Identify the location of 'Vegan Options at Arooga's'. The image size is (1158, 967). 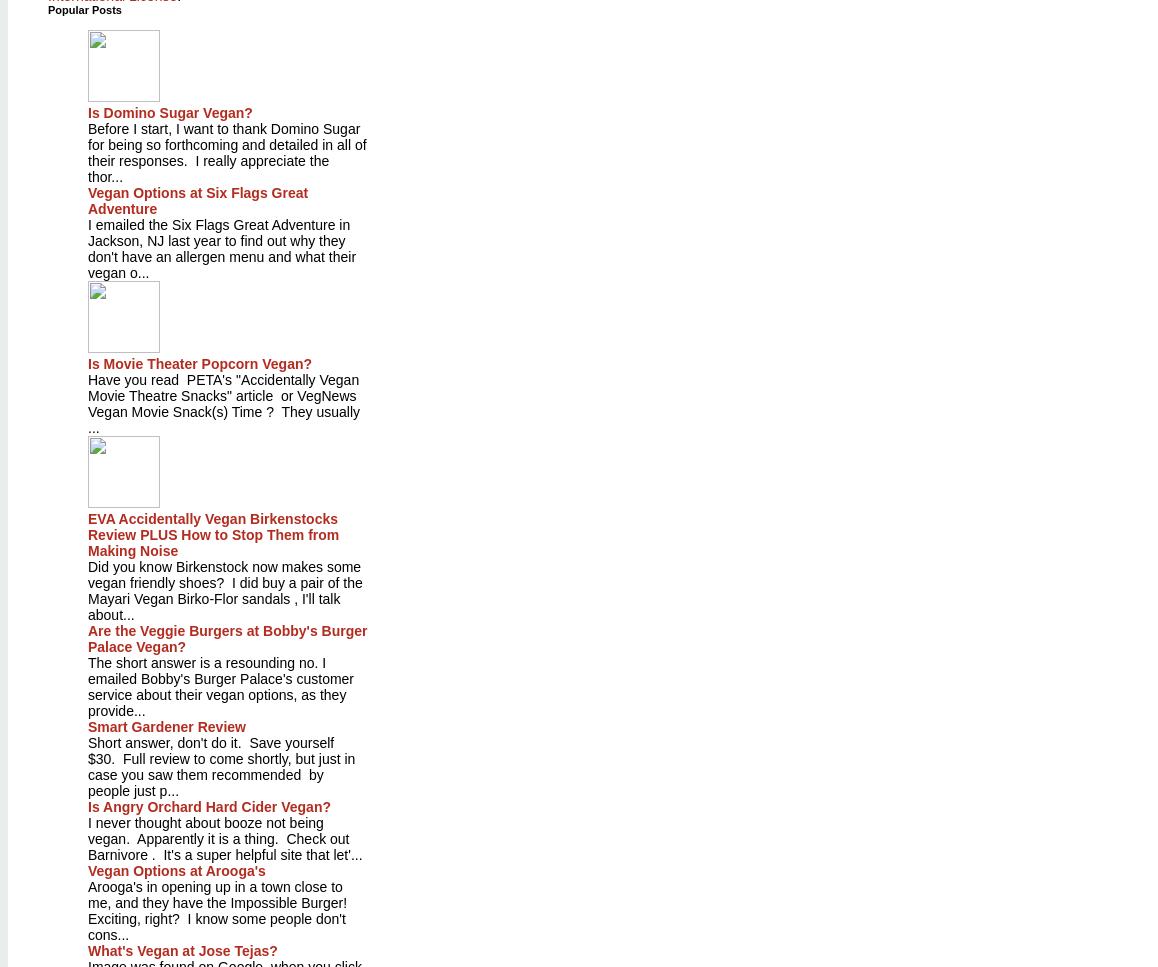
(176, 869).